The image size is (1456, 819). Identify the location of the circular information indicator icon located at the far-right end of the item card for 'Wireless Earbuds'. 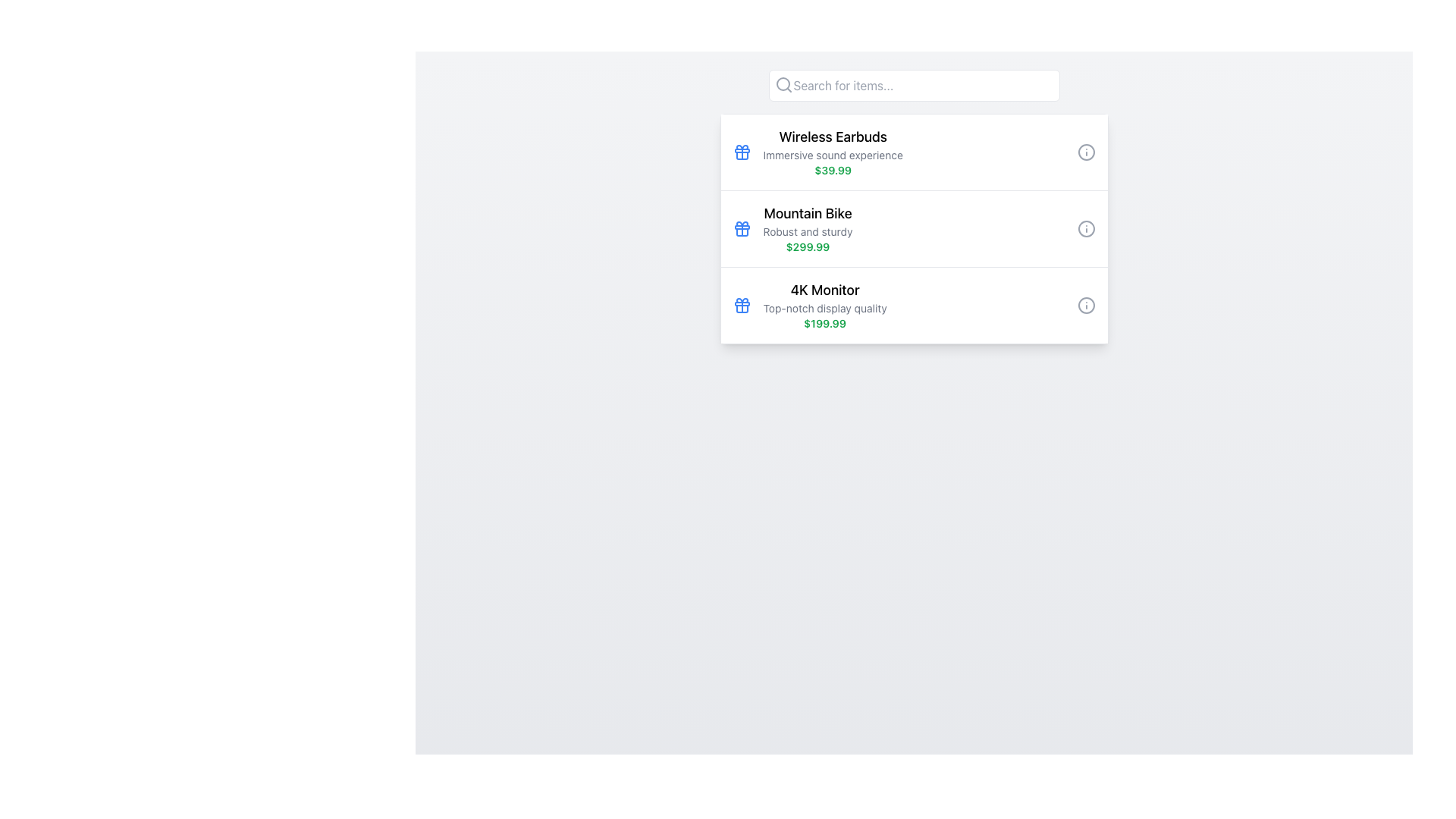
(1085, 152).